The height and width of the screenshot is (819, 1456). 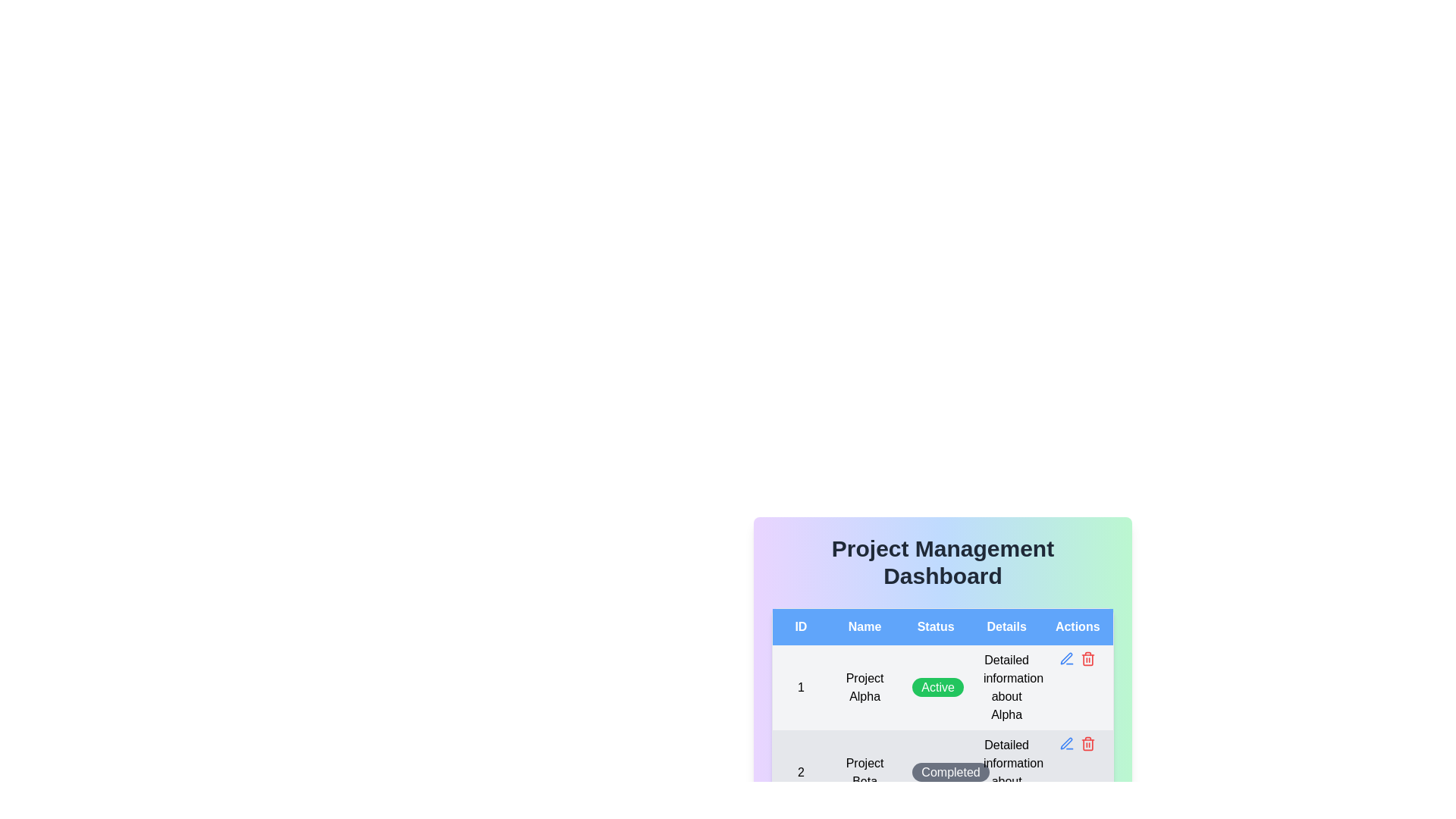 What do you see at coordinates (1077, 742) in the screenshot?
I see `the interactive action group containing the pencil and trash can icons in the last column of the second row of the table for the project 'Project Beta'` at bounding box center [1077, 742].